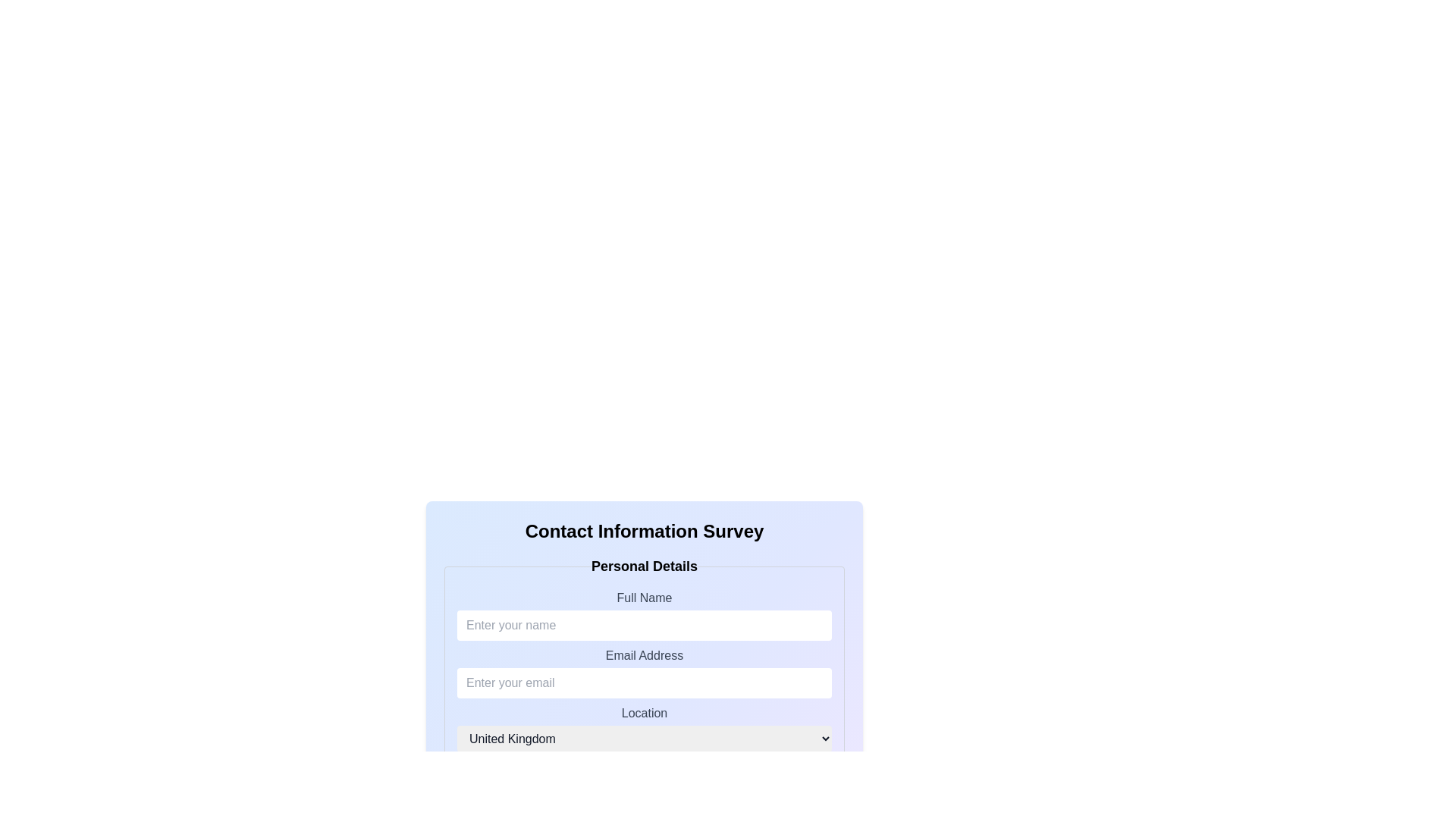 This screenshot has height=819, width=1456. Describe the element at coordinates (644, 683) in the screenshot. I see `to select text within the email input field labeled 'Email Address' in the 'Contact Information Survey' section` at that location.